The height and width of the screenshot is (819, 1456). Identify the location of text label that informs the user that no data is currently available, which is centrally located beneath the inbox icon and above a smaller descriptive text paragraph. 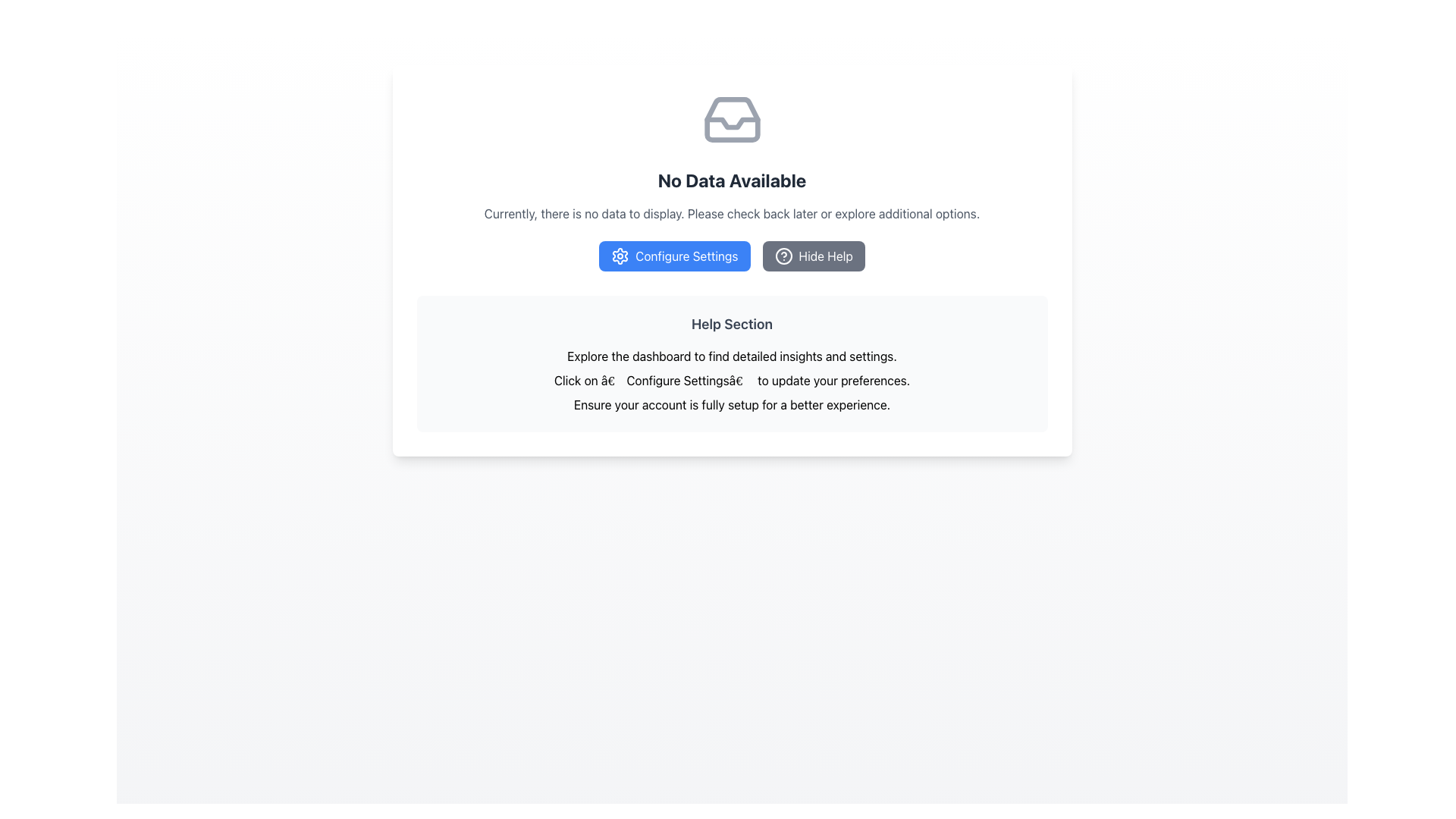
(732, 180).